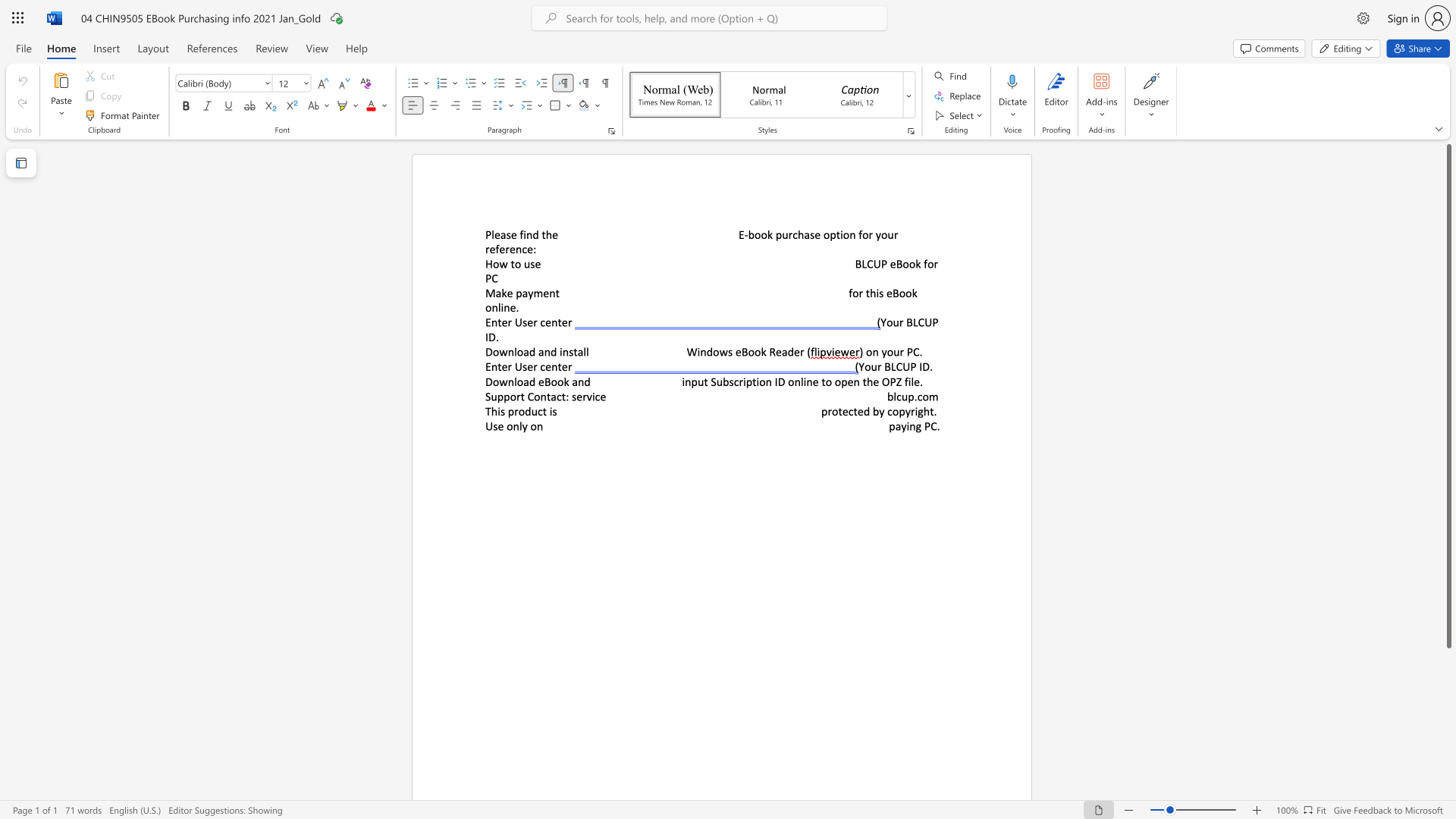  Describe the element at coordinates (584, 352) in the screenshot. I see `the 2th character "l" in the text` at that location.